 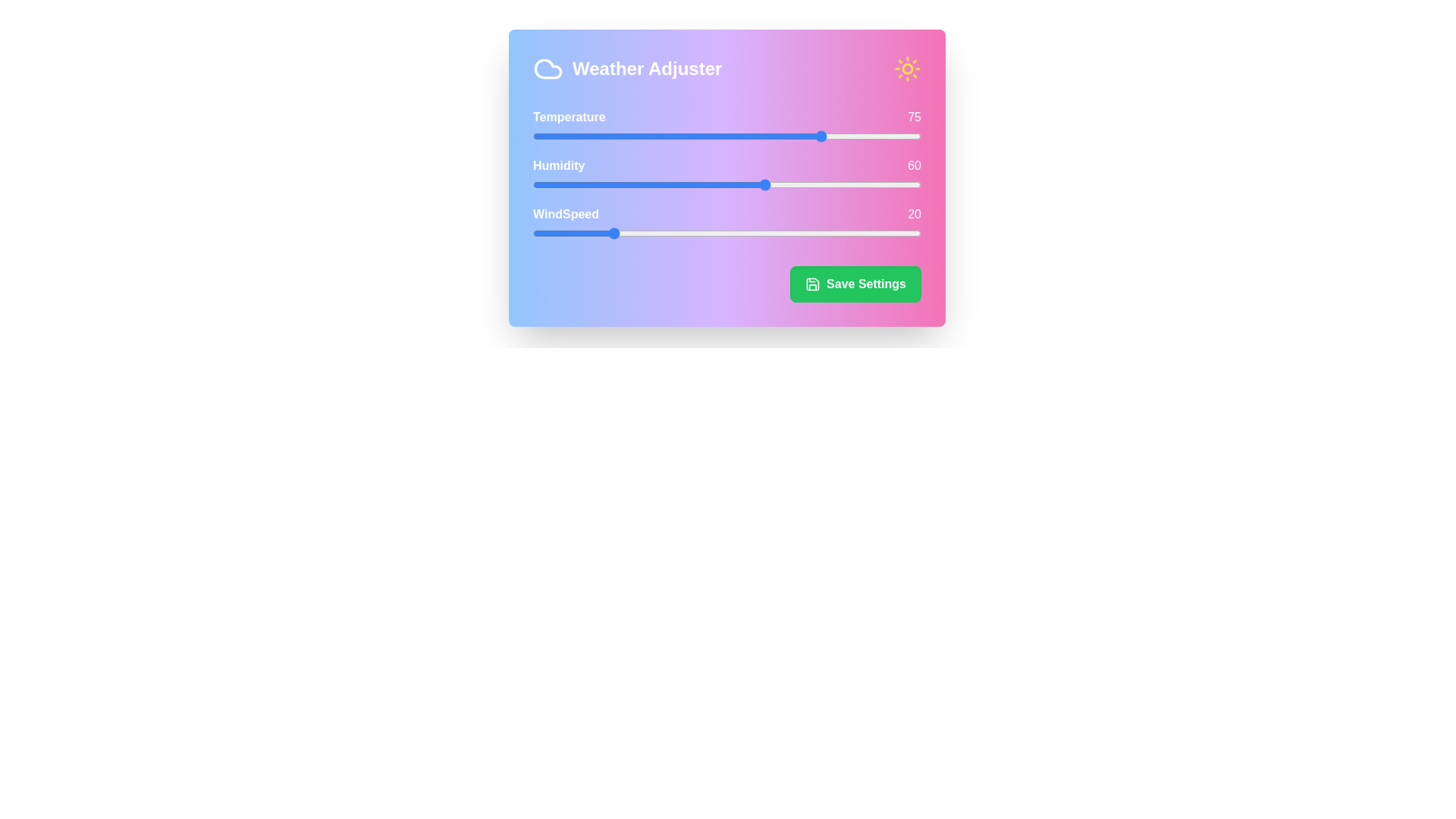 I want to click on the wind speed, so click(x=532, y=234).